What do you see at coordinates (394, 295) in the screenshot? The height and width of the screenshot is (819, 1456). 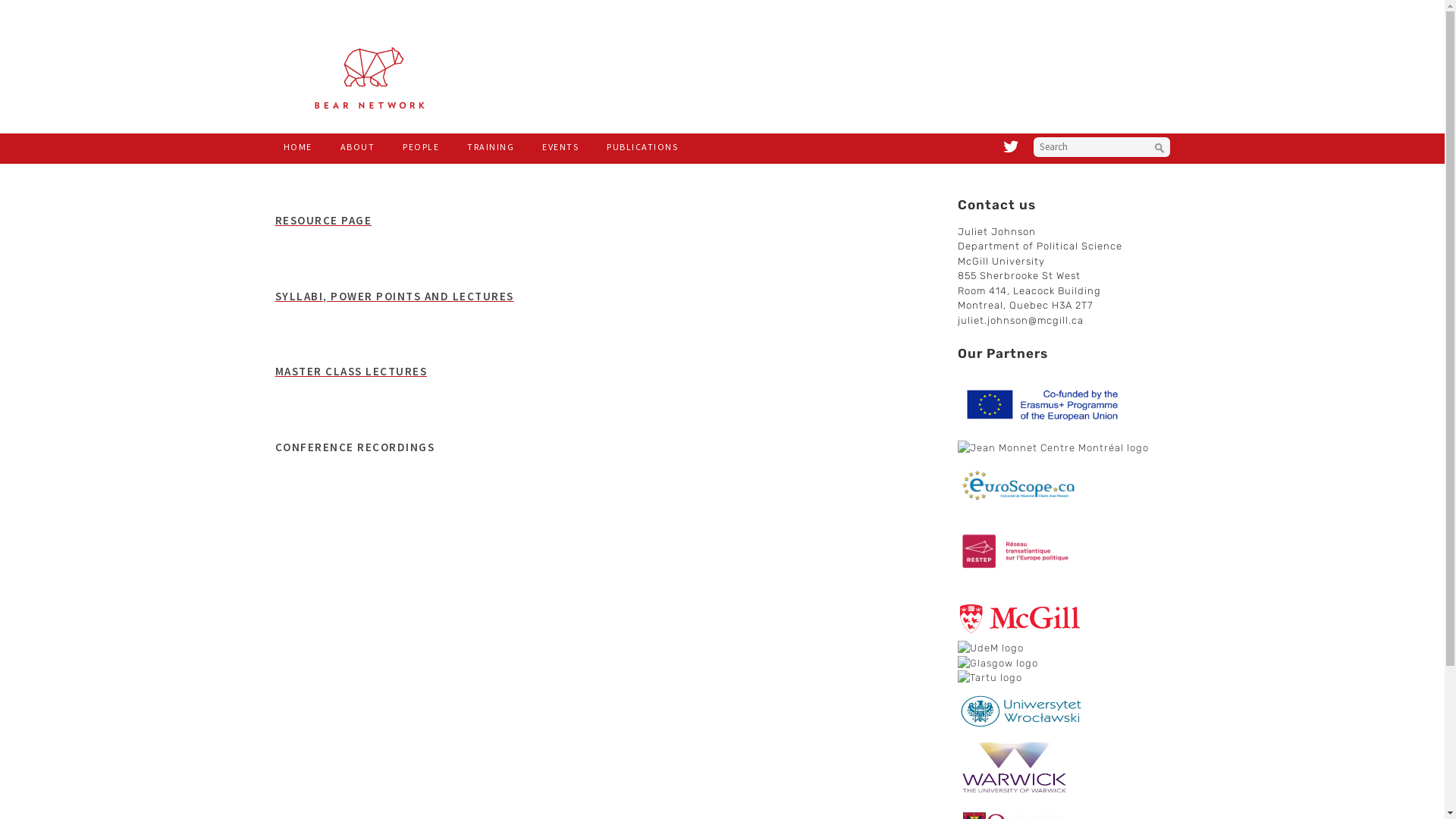 I see `'SYLLABI, POWER POINTS AND LECTURES'` at bounding box center [394, 295].